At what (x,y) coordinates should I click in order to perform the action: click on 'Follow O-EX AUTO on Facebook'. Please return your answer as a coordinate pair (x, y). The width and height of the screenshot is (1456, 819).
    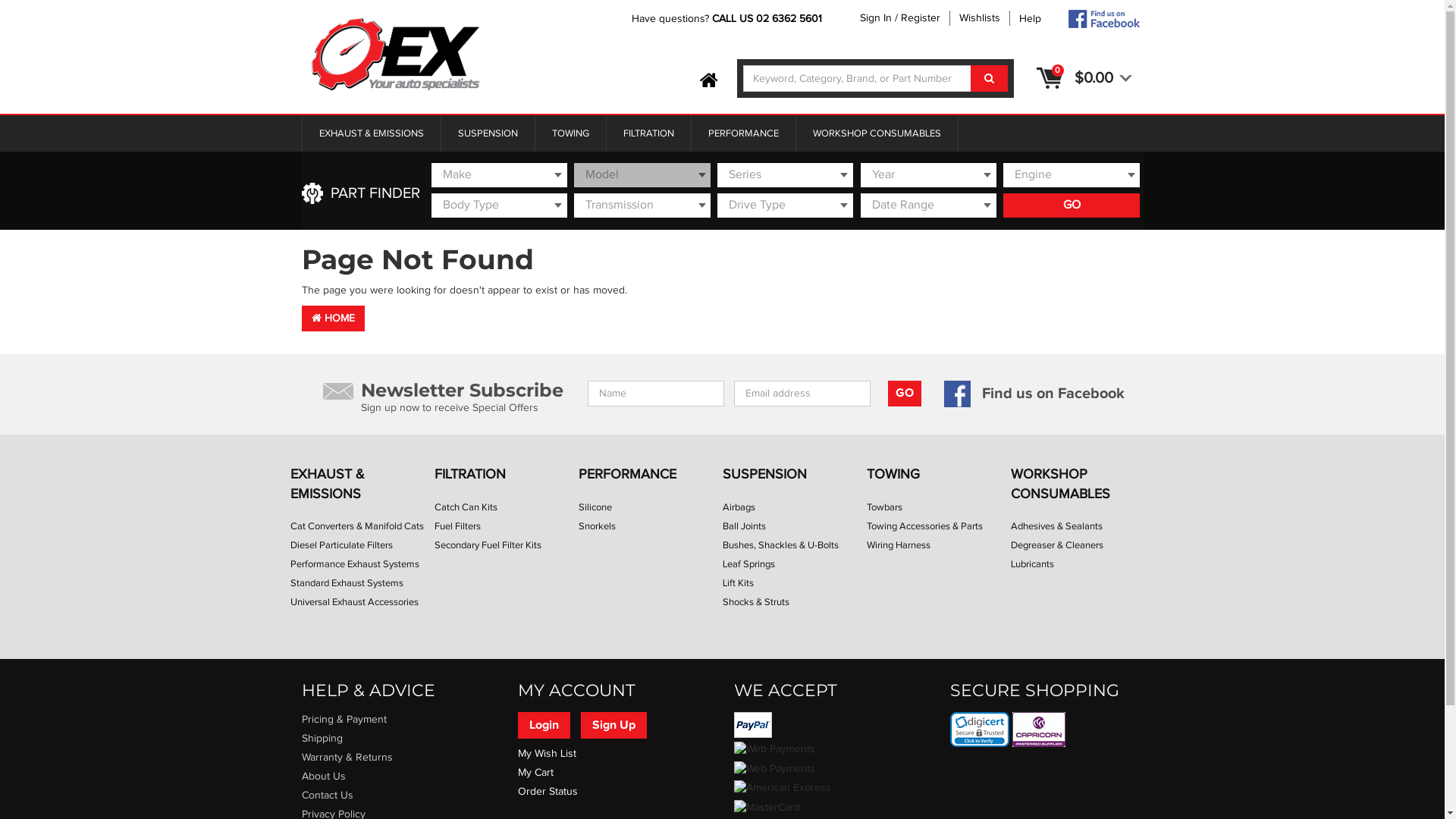
    Looking at the image, I should click on (1103, 18).